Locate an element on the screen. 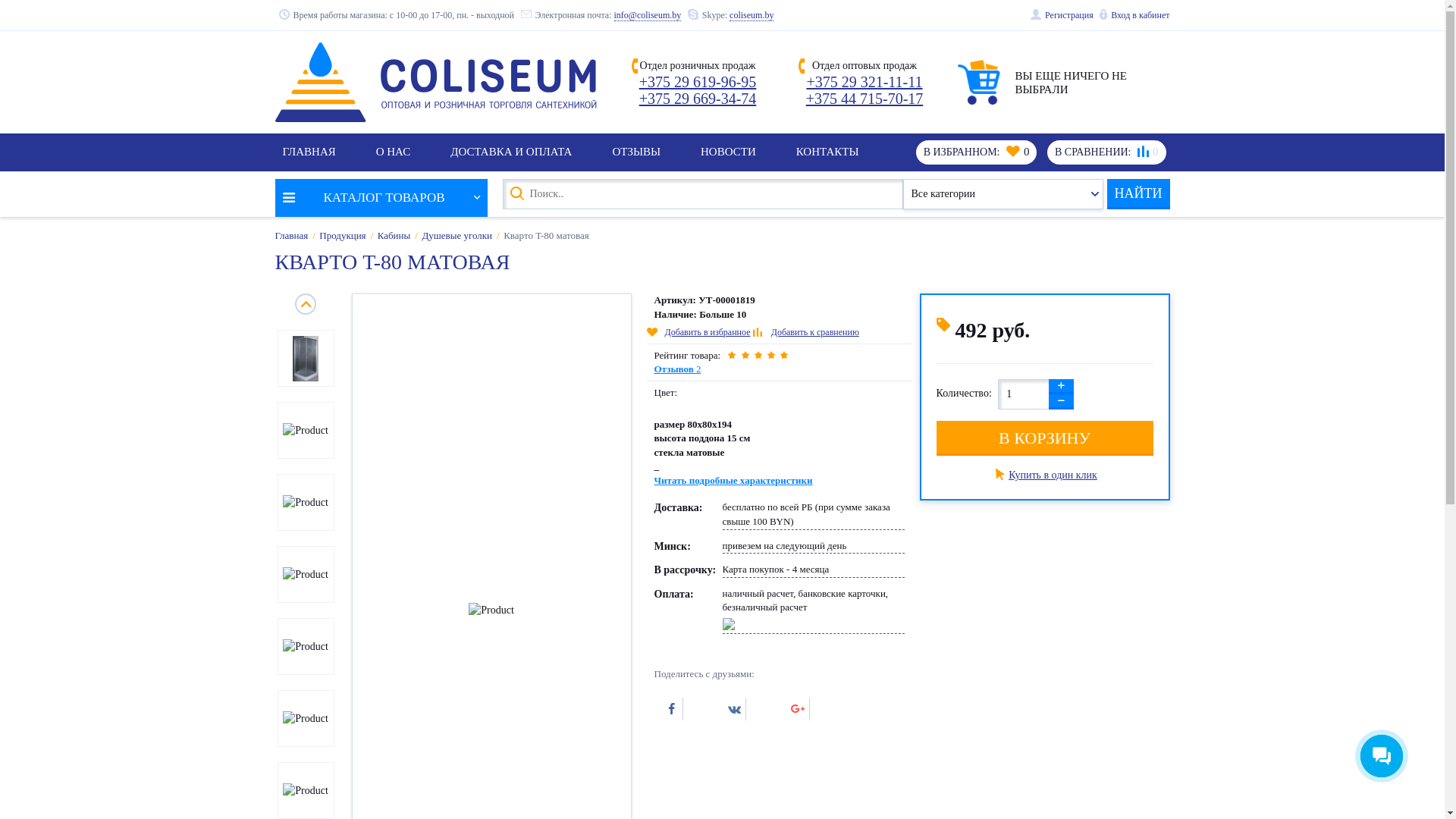 This screenshot has width=1456, height=819. '+375 29 321-11-11' is located at coordinates (864, 82).